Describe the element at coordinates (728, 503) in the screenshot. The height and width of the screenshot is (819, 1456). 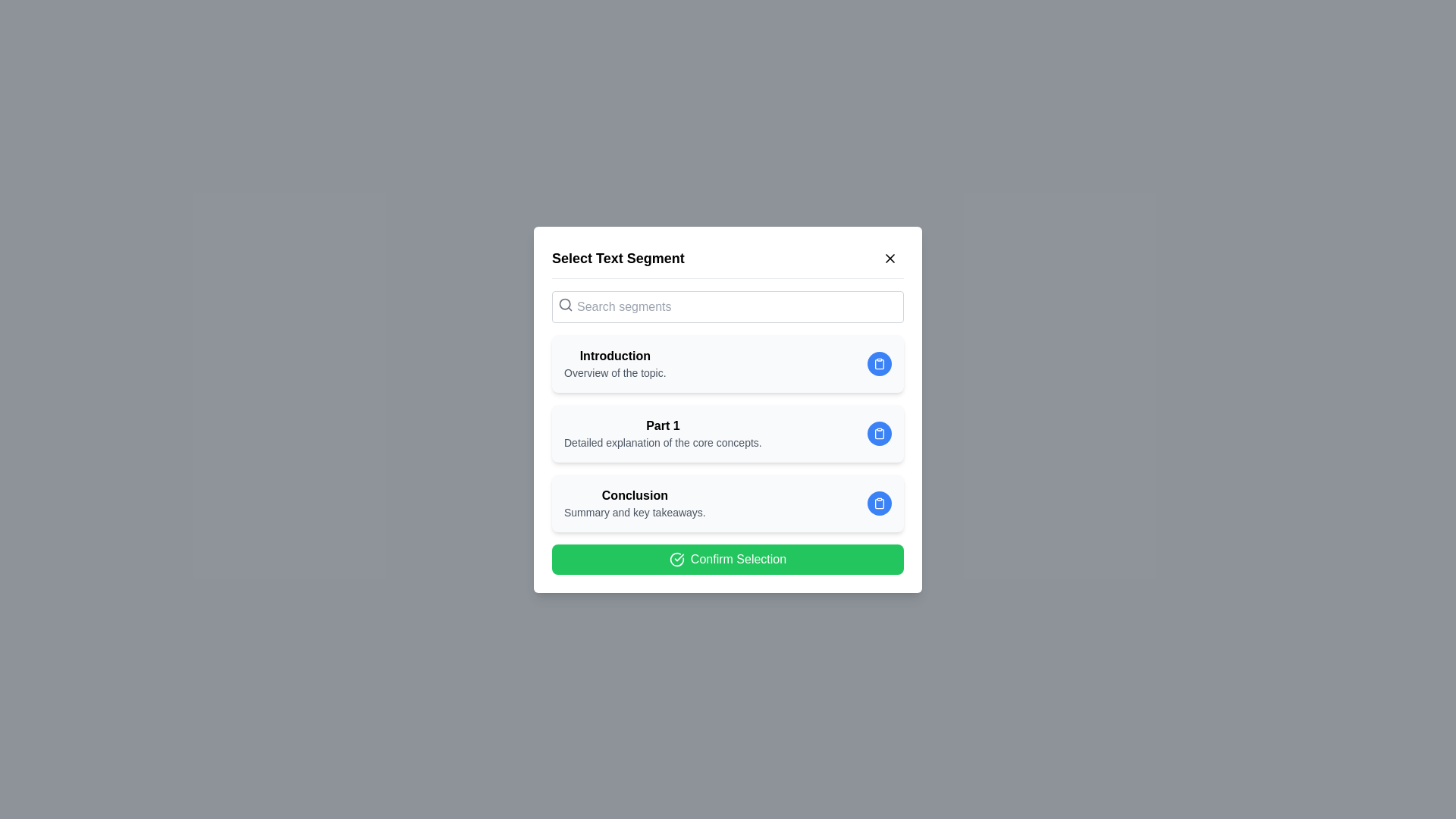
I see `the segment with title Conclusion to view its details` at that location.